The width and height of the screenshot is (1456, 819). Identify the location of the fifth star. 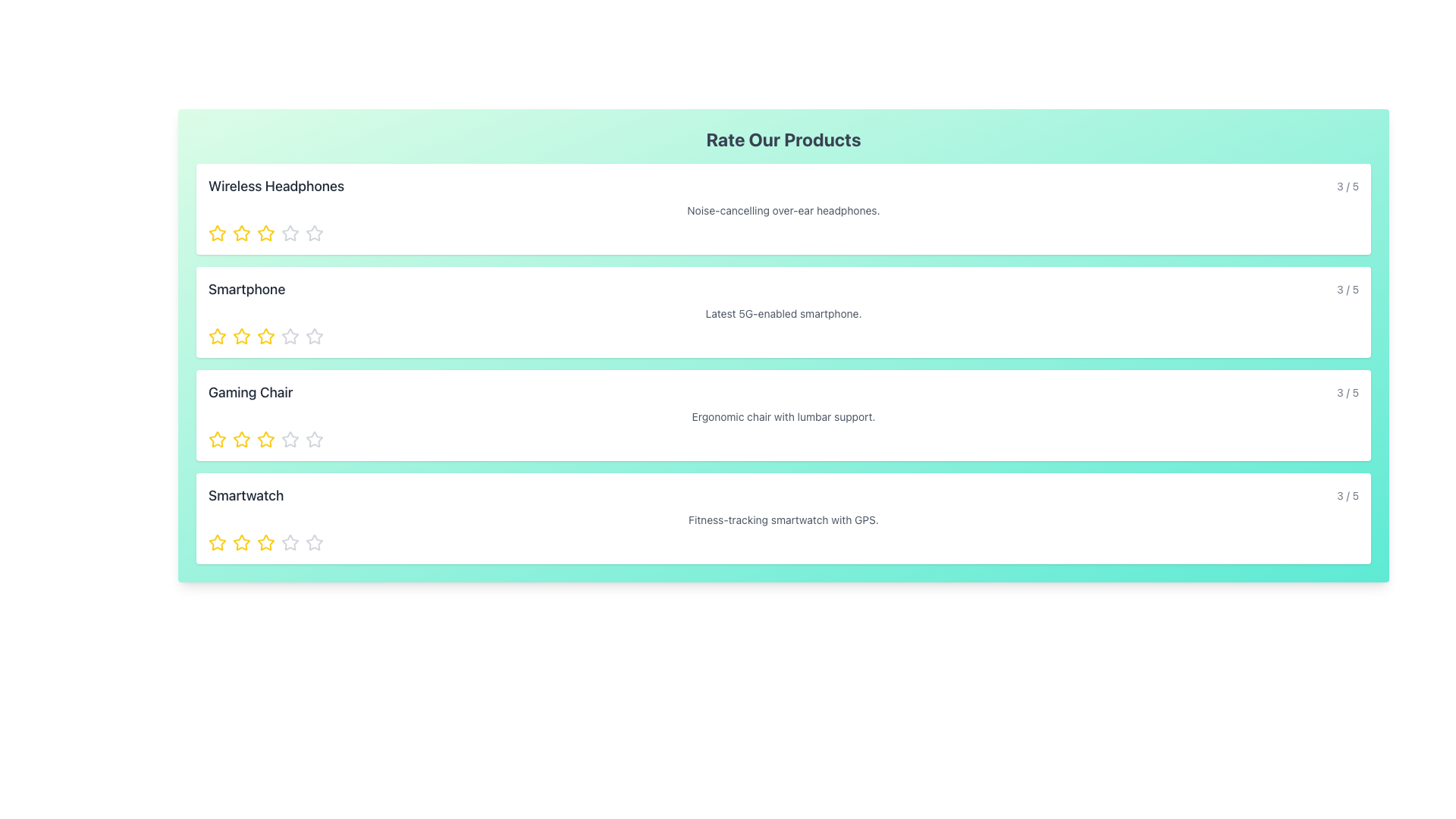
(290, 542).